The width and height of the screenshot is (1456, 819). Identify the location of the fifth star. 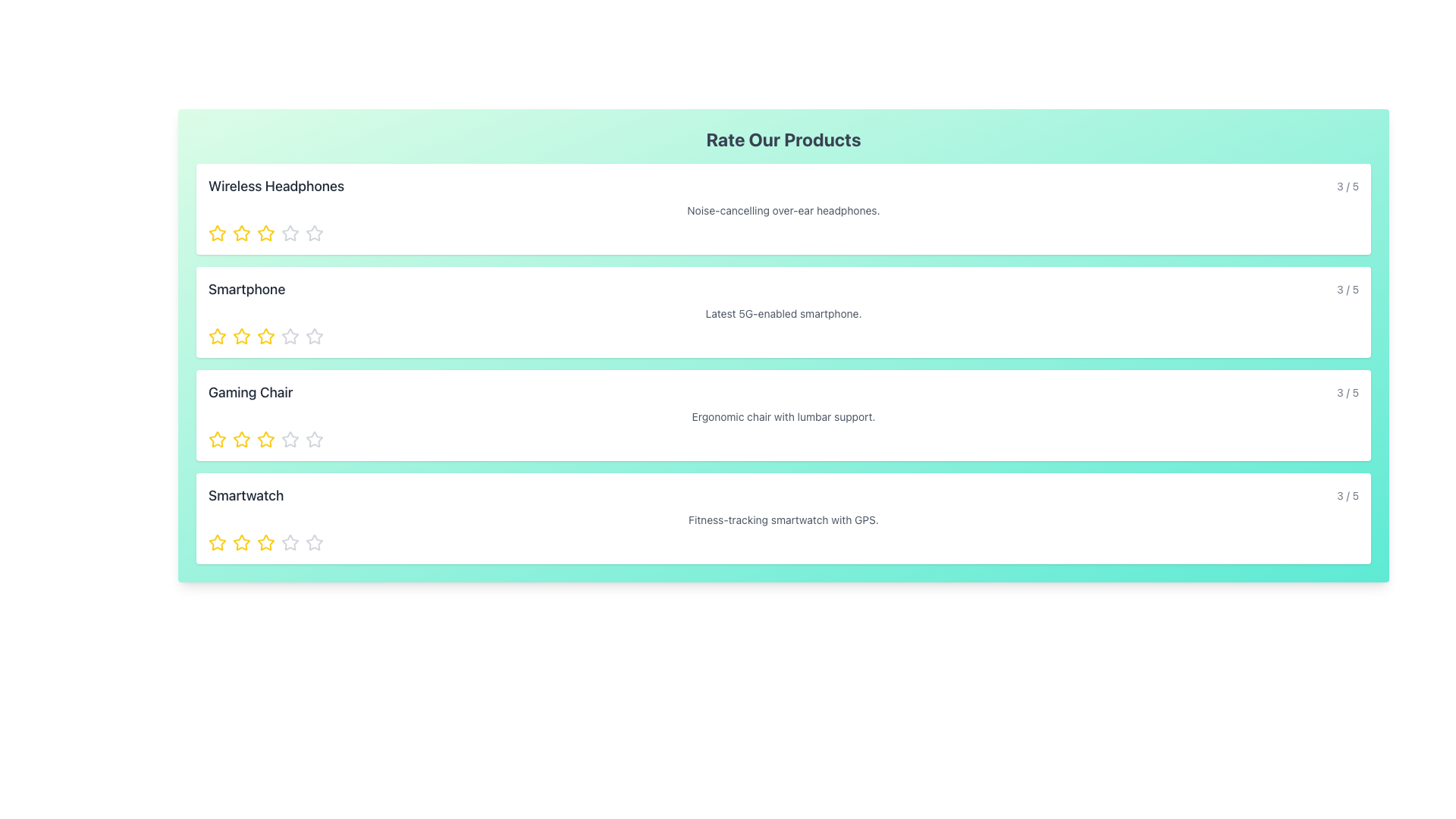
(290, 542).